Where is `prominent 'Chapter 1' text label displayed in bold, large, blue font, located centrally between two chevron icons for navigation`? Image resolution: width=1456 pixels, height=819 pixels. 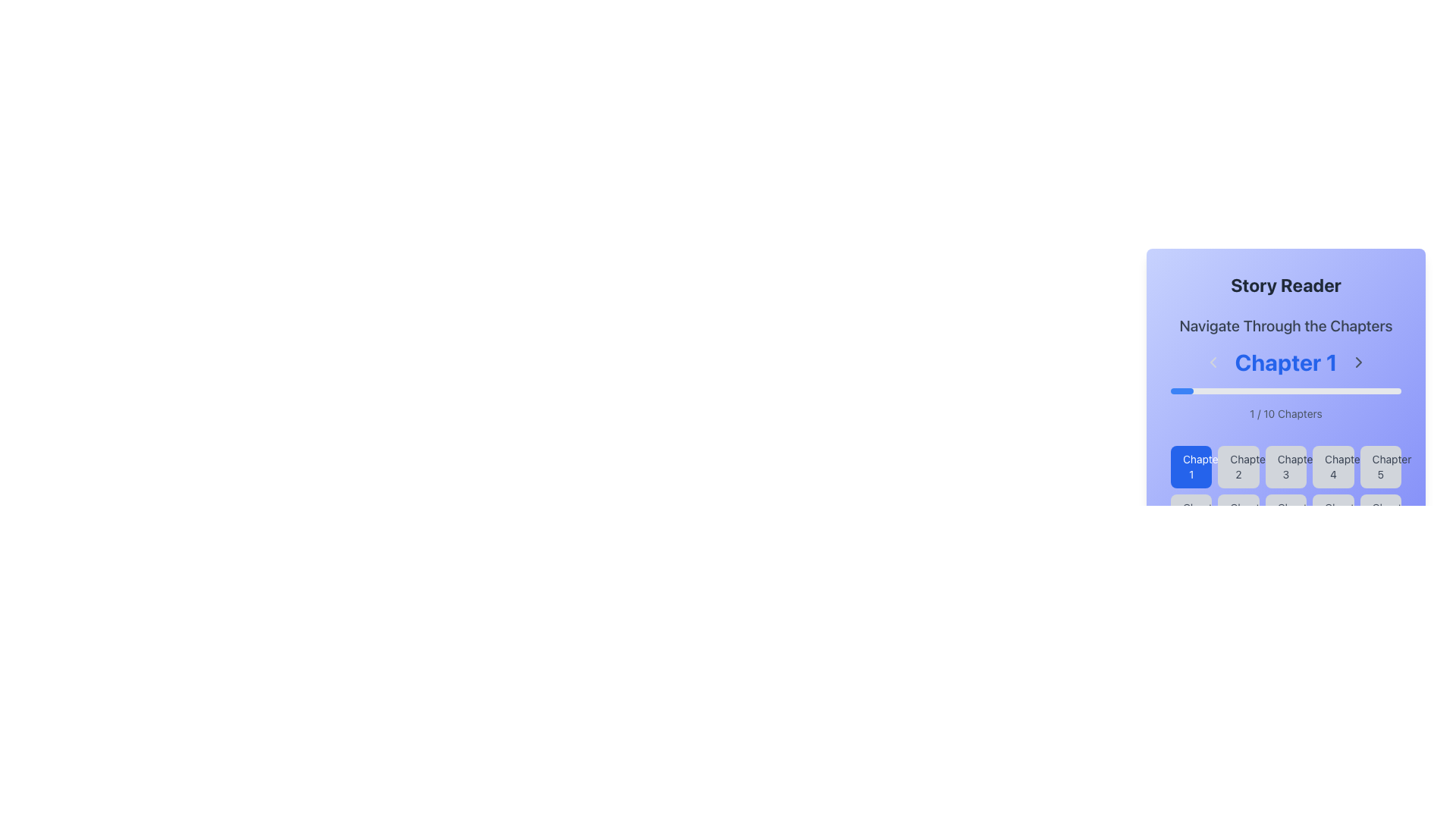
prominent 'Chapter 1' text label displayed in bold, large, blue font, located centrally between two chevron icons for navigation is located at coordinates (1285, 362).